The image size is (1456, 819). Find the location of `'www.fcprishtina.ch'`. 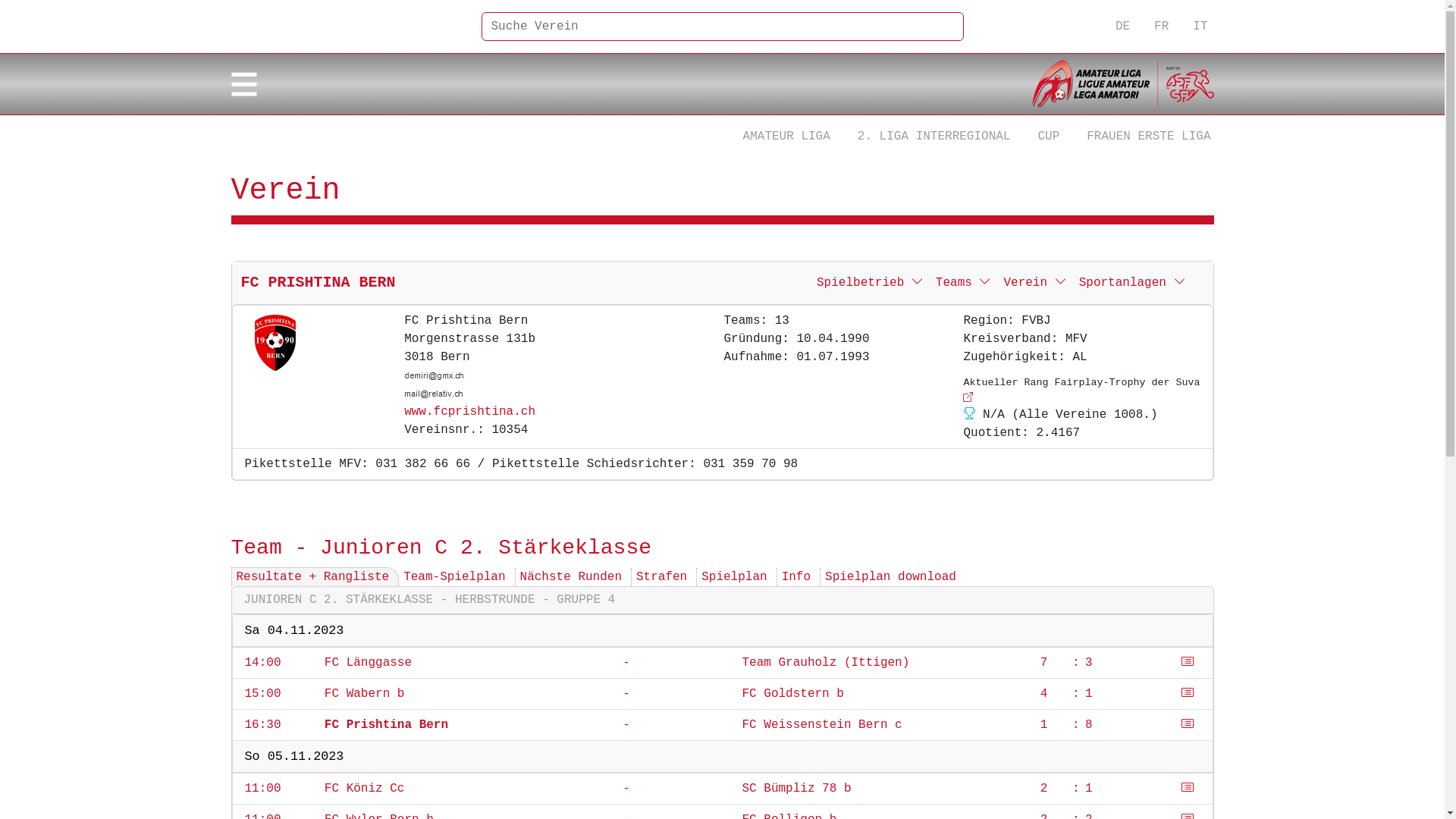

'www.fcprishtina.ch' is located at coordinates (469, 412).